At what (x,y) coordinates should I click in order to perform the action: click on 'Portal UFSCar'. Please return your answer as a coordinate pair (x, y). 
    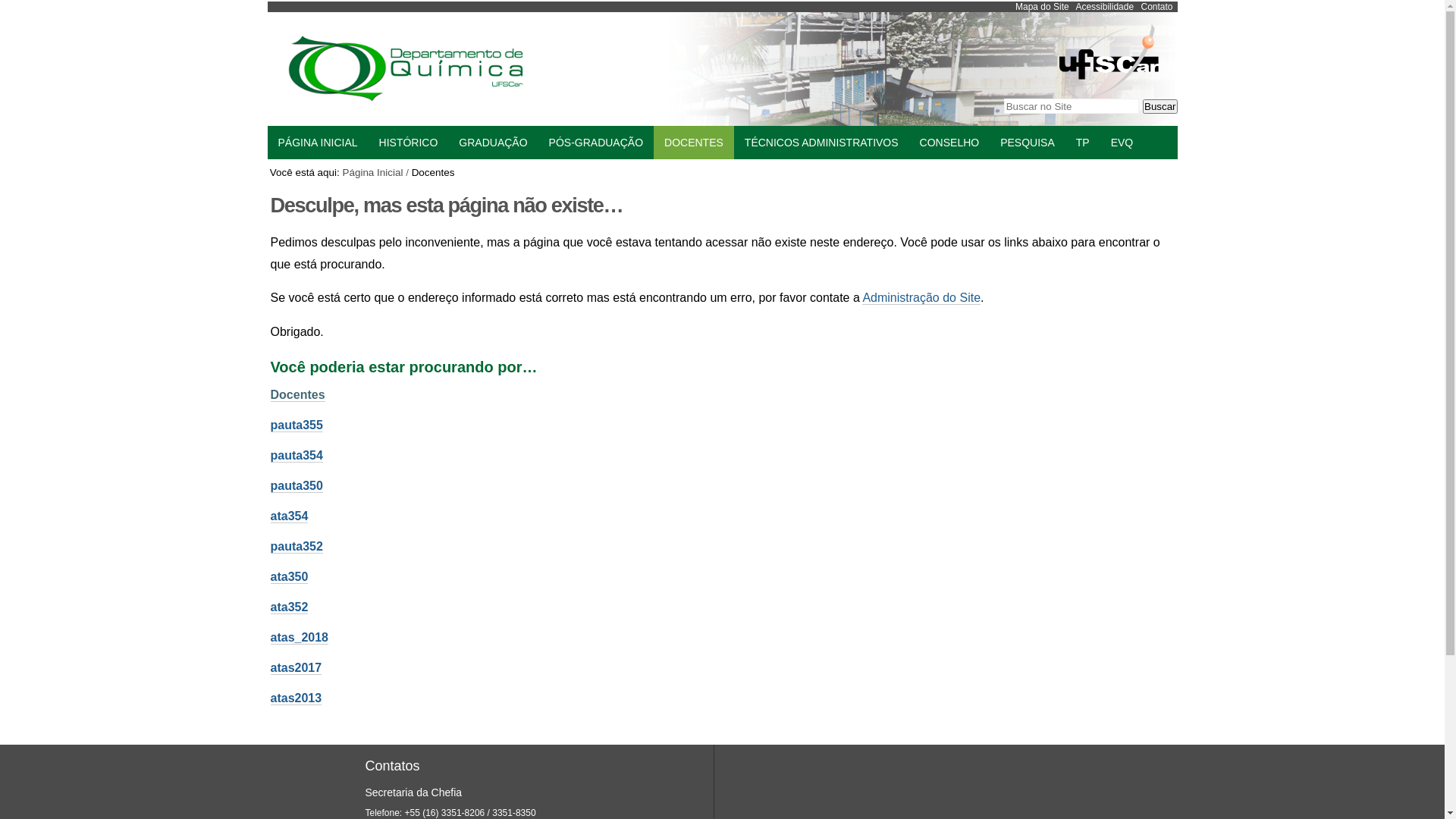
    Looking at the image, I should click on (1109, 93).